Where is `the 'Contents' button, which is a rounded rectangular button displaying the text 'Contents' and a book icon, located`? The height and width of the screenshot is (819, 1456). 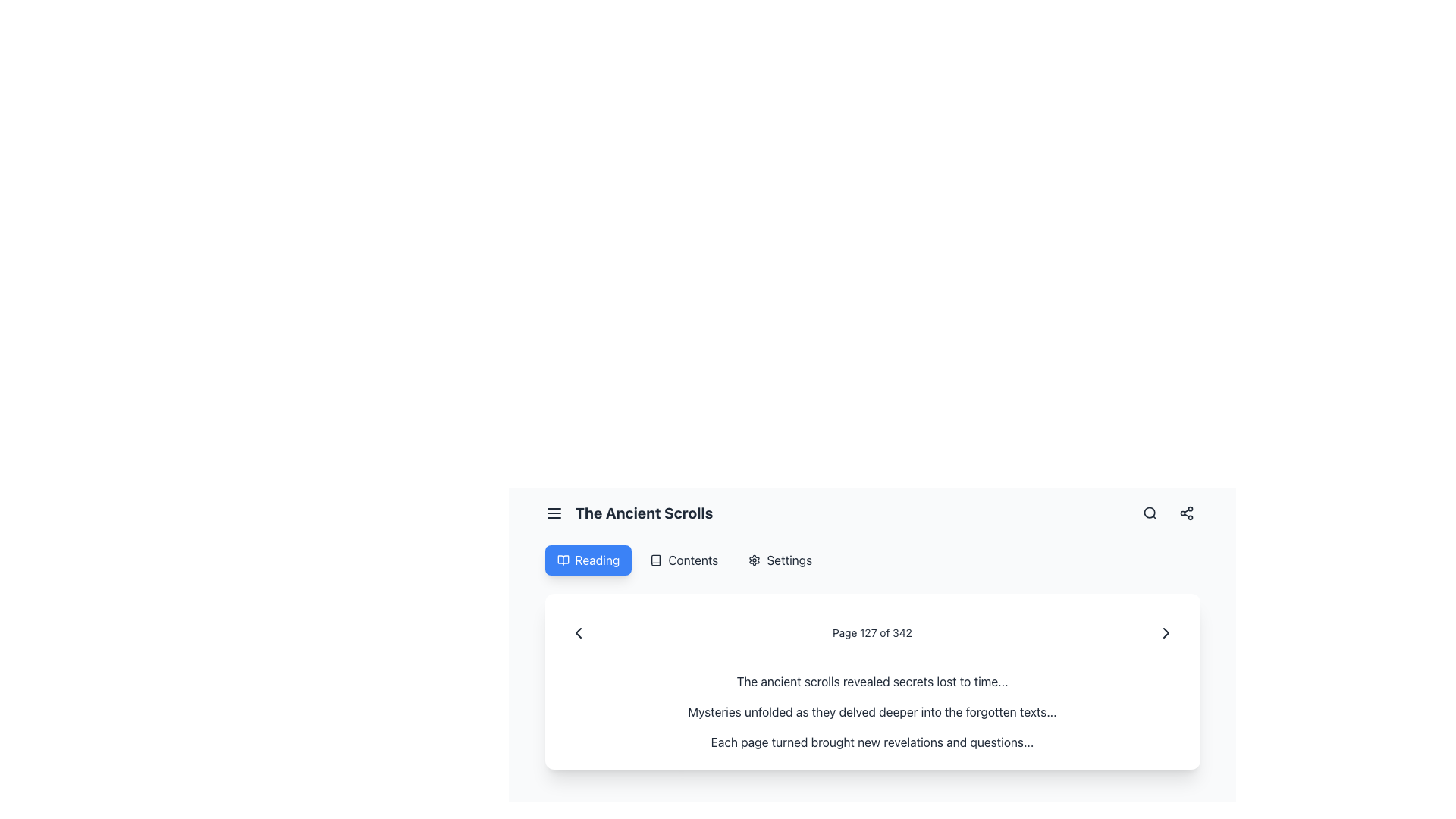
the 'Contents' button, which is a rounded rectangular button displaying the text 'Contents' and a book icon, located is located at coordinates (683, 560).